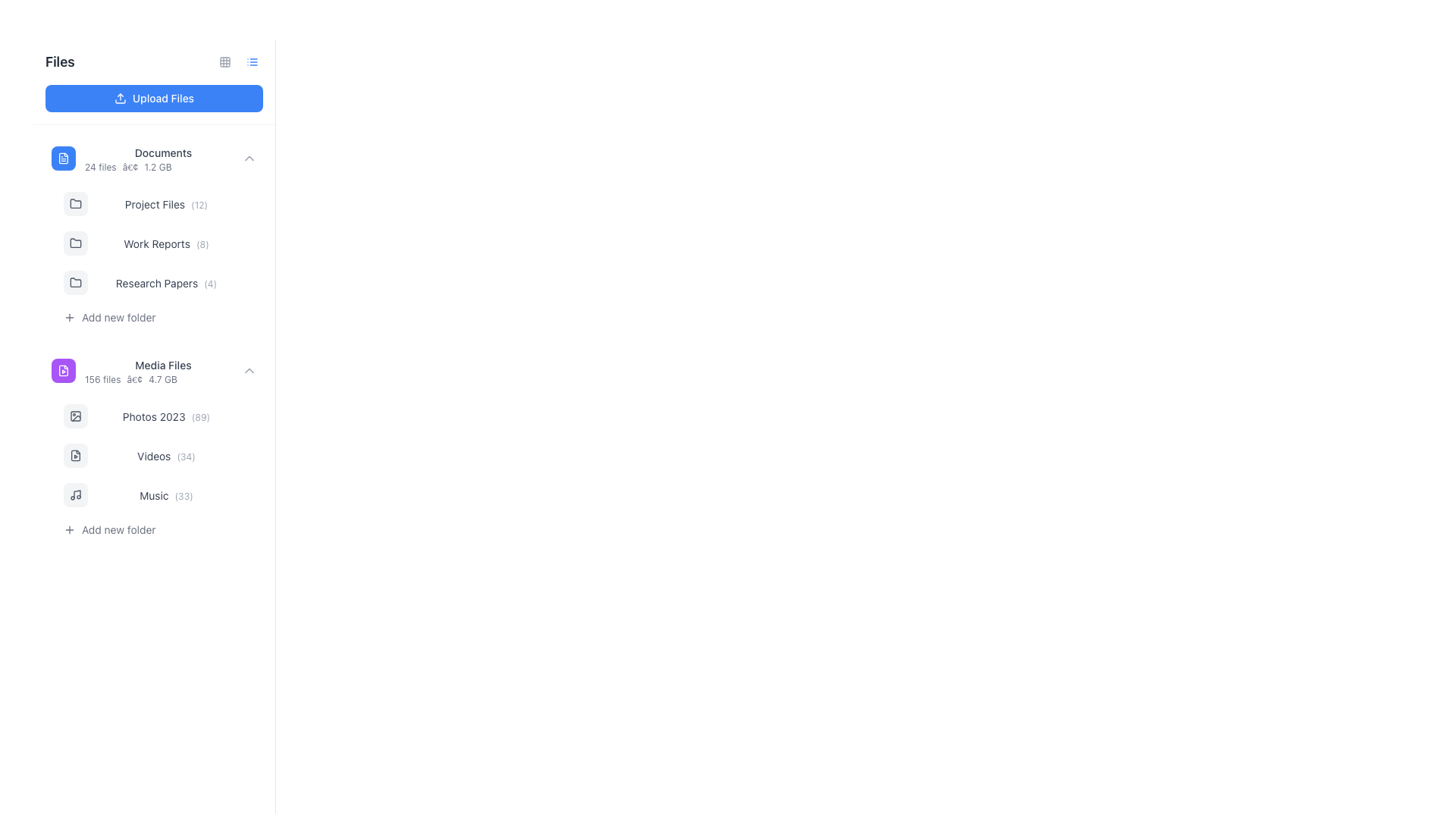 Image resolution: width=1456 pixels, height=819 pixels. I want to click on the 'Photos 2023' text label with the associated count '(89)' in the 'Media Files' folder group, so click(166, 416).